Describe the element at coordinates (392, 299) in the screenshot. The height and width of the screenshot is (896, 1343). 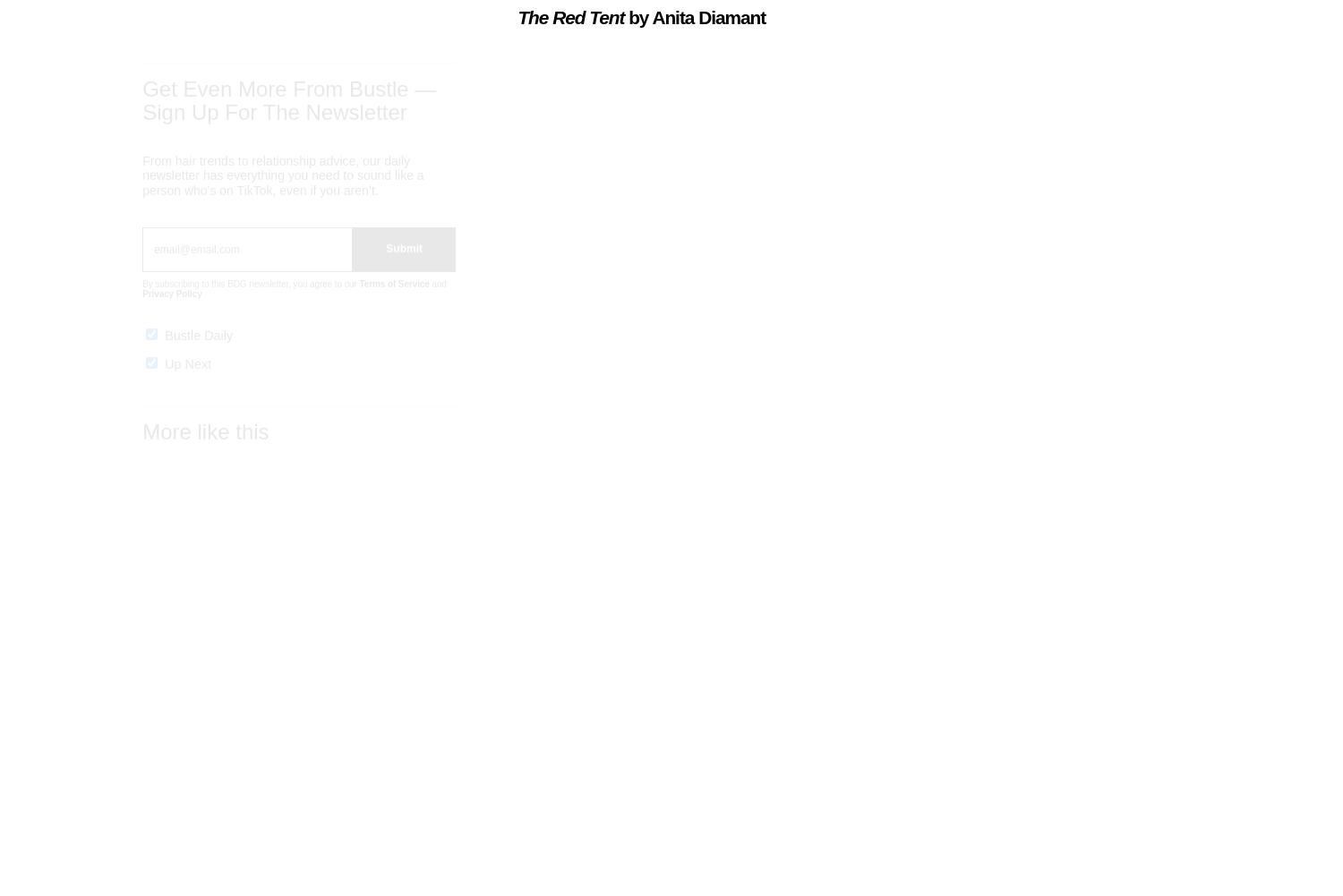
I see `'Terms of Service'` at that location.